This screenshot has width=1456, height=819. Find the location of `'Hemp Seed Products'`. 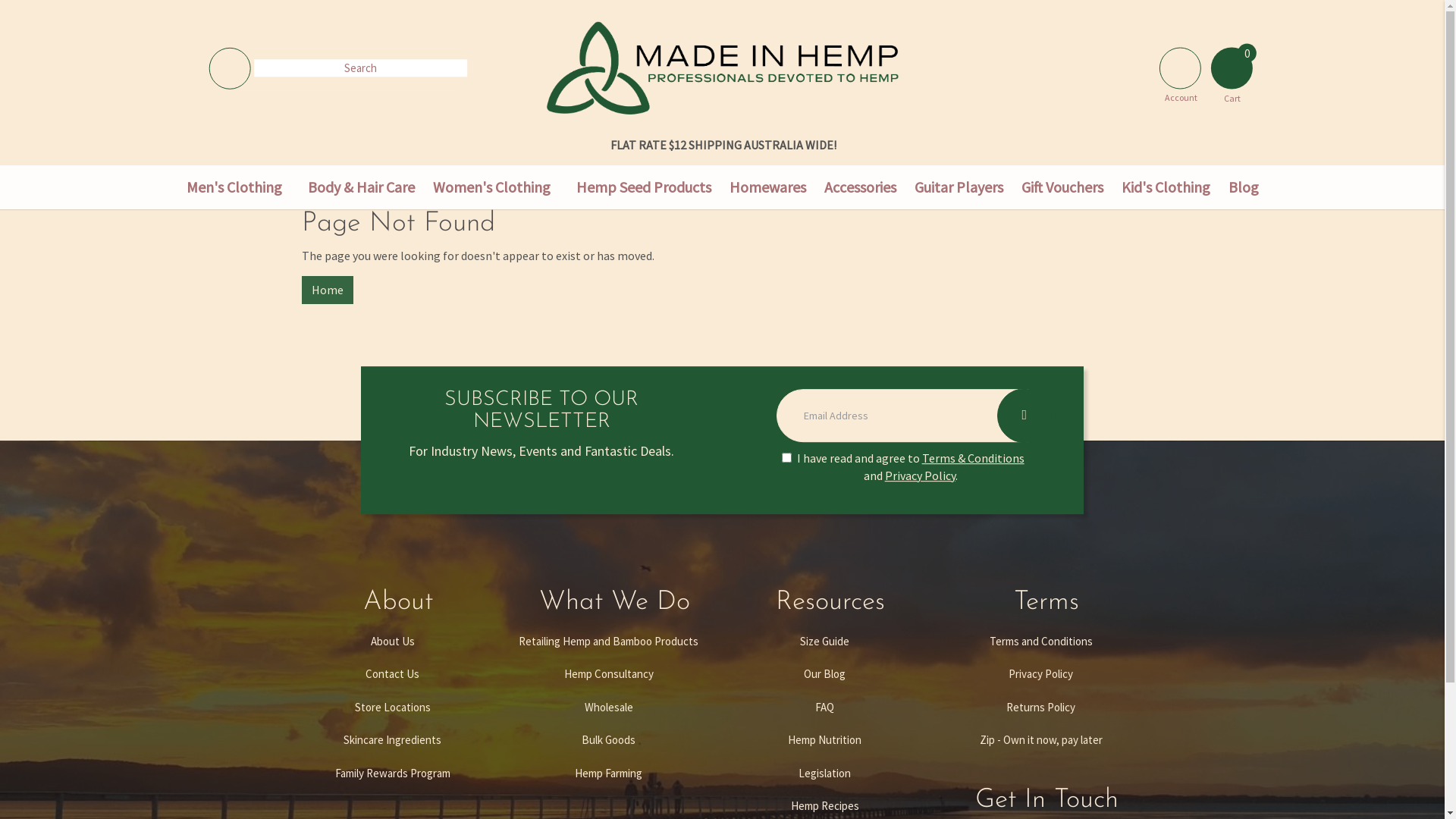

'Hemp Seed Products' is located at coordinates (566, 187).